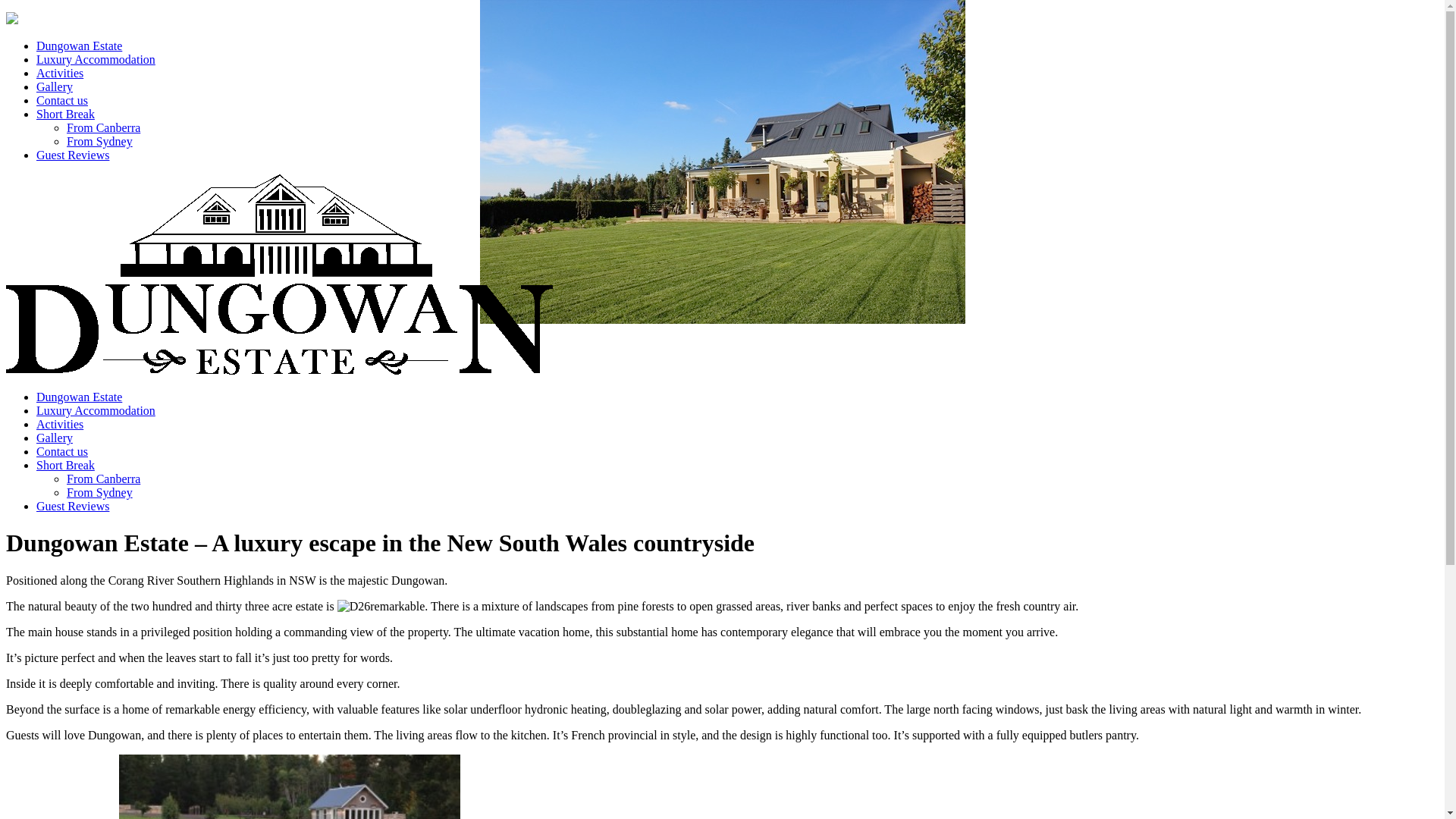 The image size is (1456, 819). What do you see at coordinates (55, 438) in the screenshot?
I see `'Gallery'` at bounding box center [55, 438].